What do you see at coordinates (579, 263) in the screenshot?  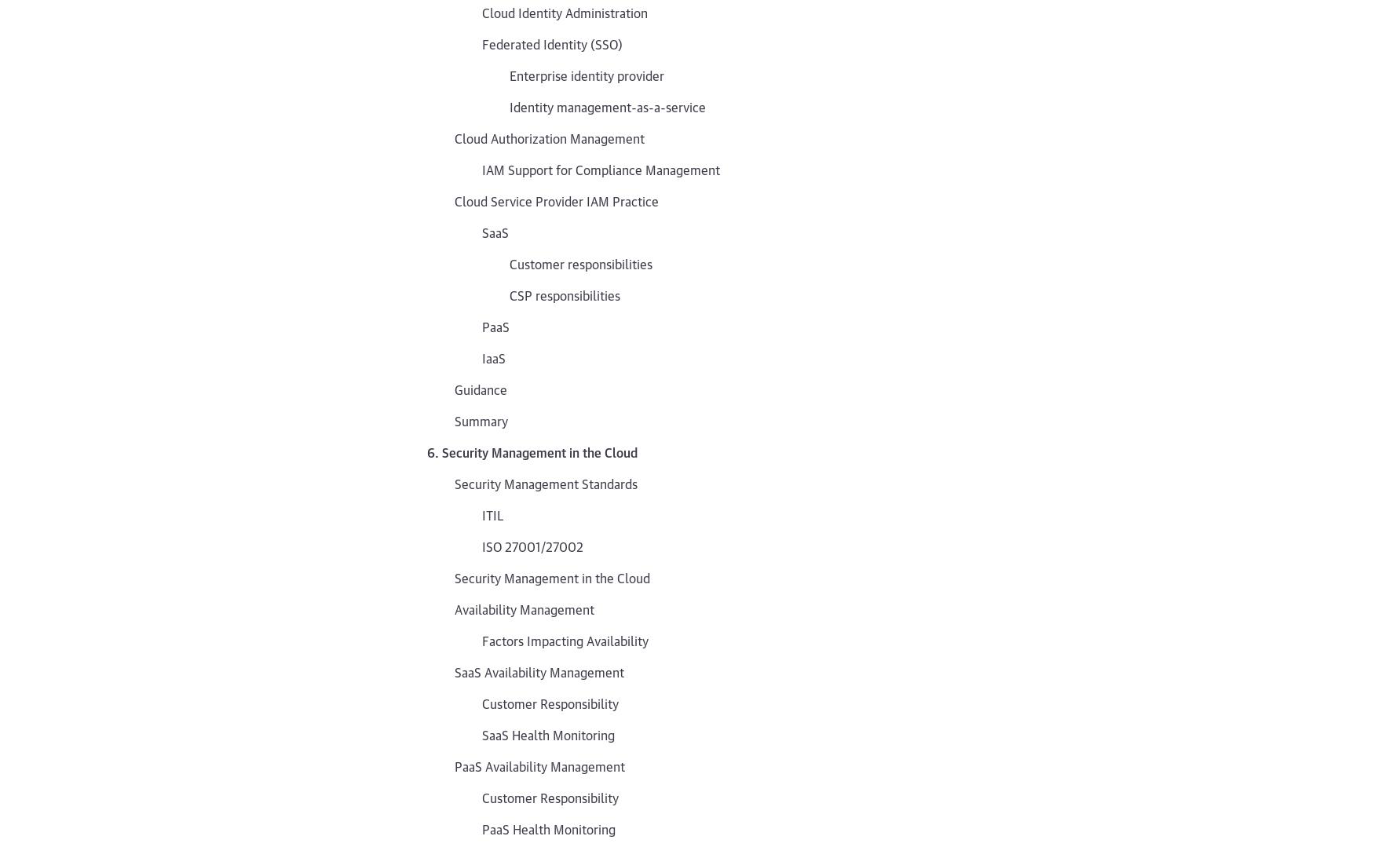 I see `'Customer responsibilities'` at bounding box center [579, 263].